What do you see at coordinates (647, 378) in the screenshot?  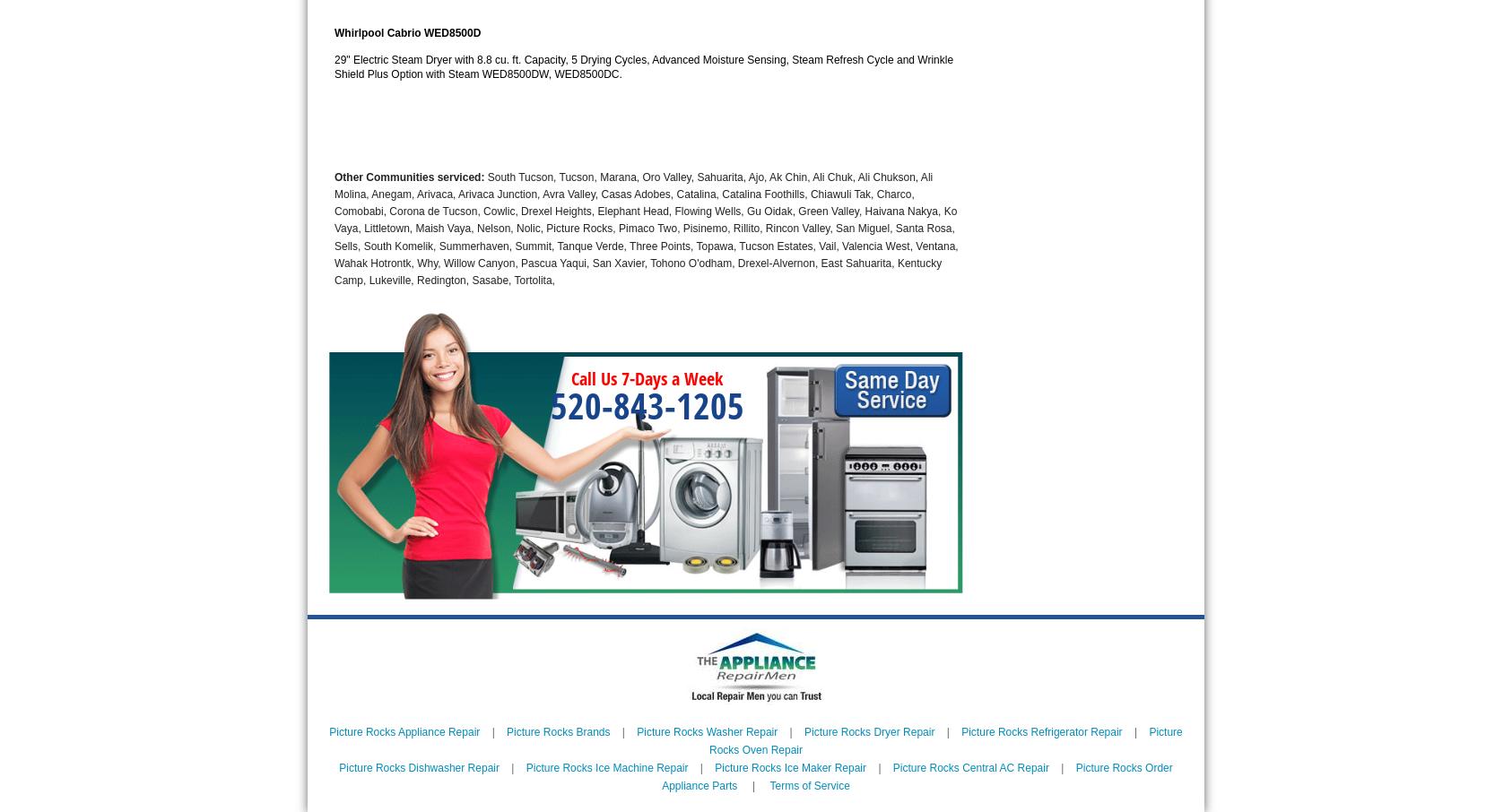 I see `'Call Us 7-Days a Week'` at bounding box center [647, 378].